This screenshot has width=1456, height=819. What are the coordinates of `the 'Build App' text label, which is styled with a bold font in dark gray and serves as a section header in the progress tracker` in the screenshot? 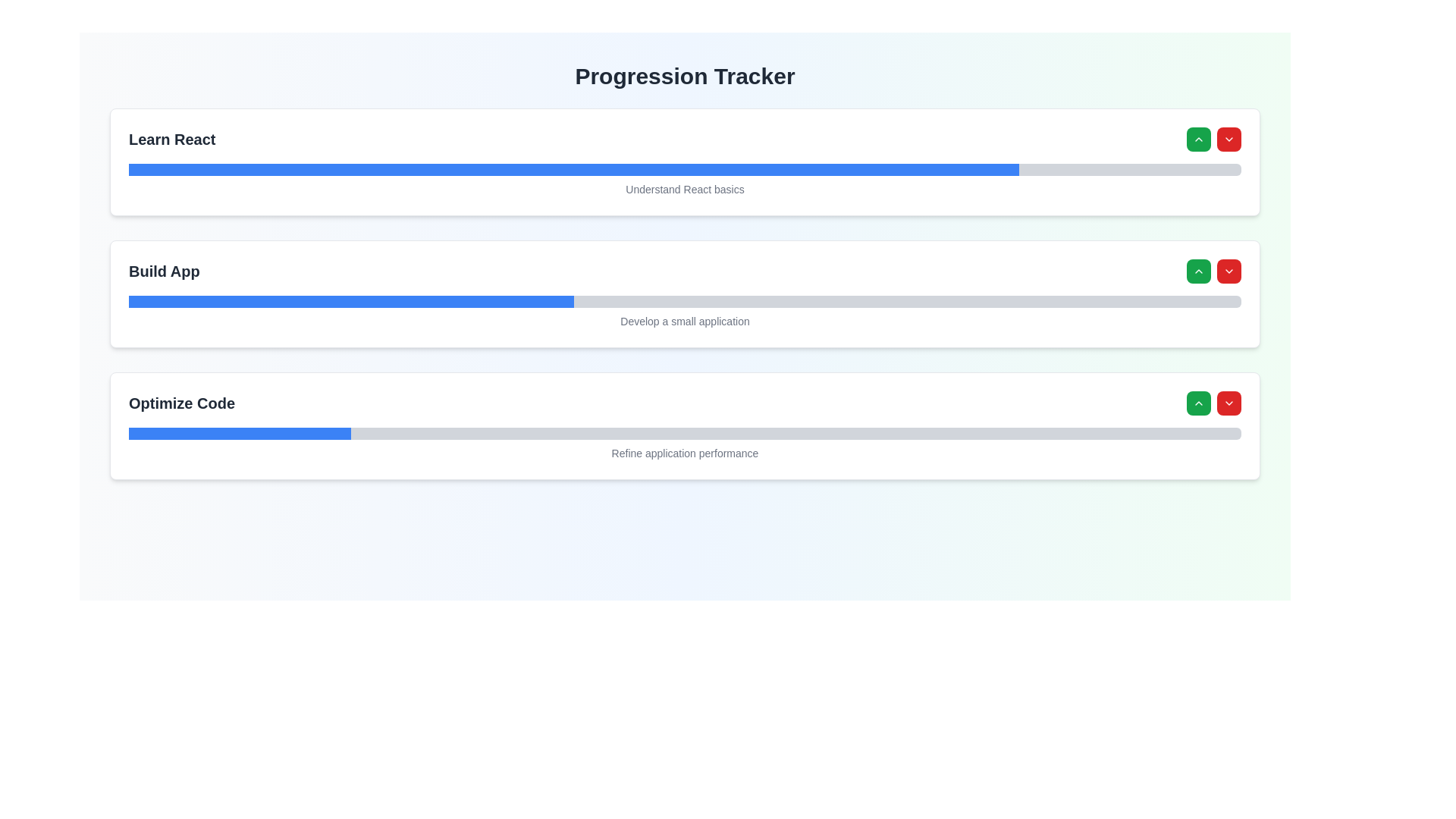 It's located at (164, 271).